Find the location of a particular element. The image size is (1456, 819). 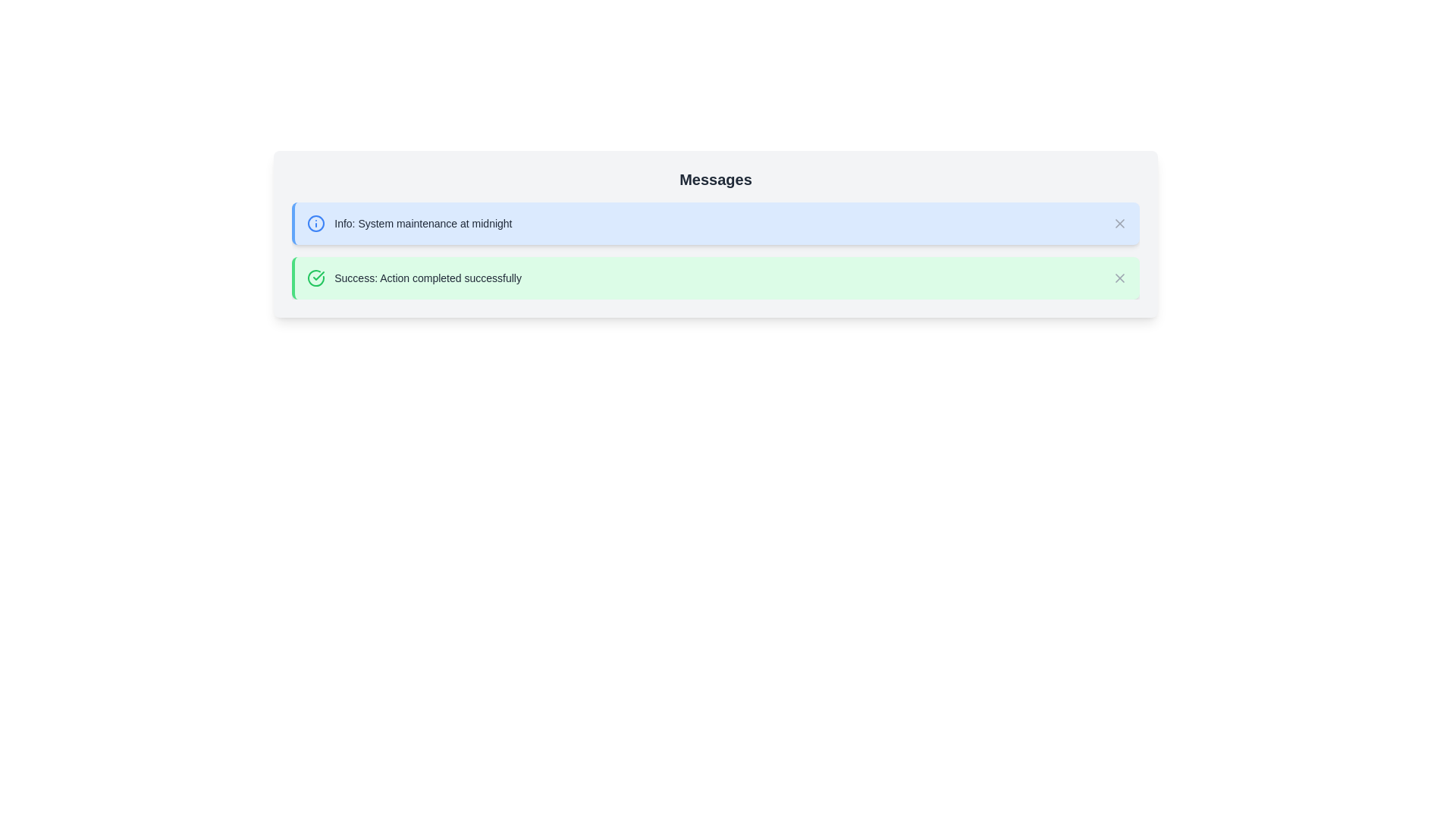

text notification that indicates an action was successfully performed, located in the green notification box below the blue notification bar is located at coordinates (414, 278).